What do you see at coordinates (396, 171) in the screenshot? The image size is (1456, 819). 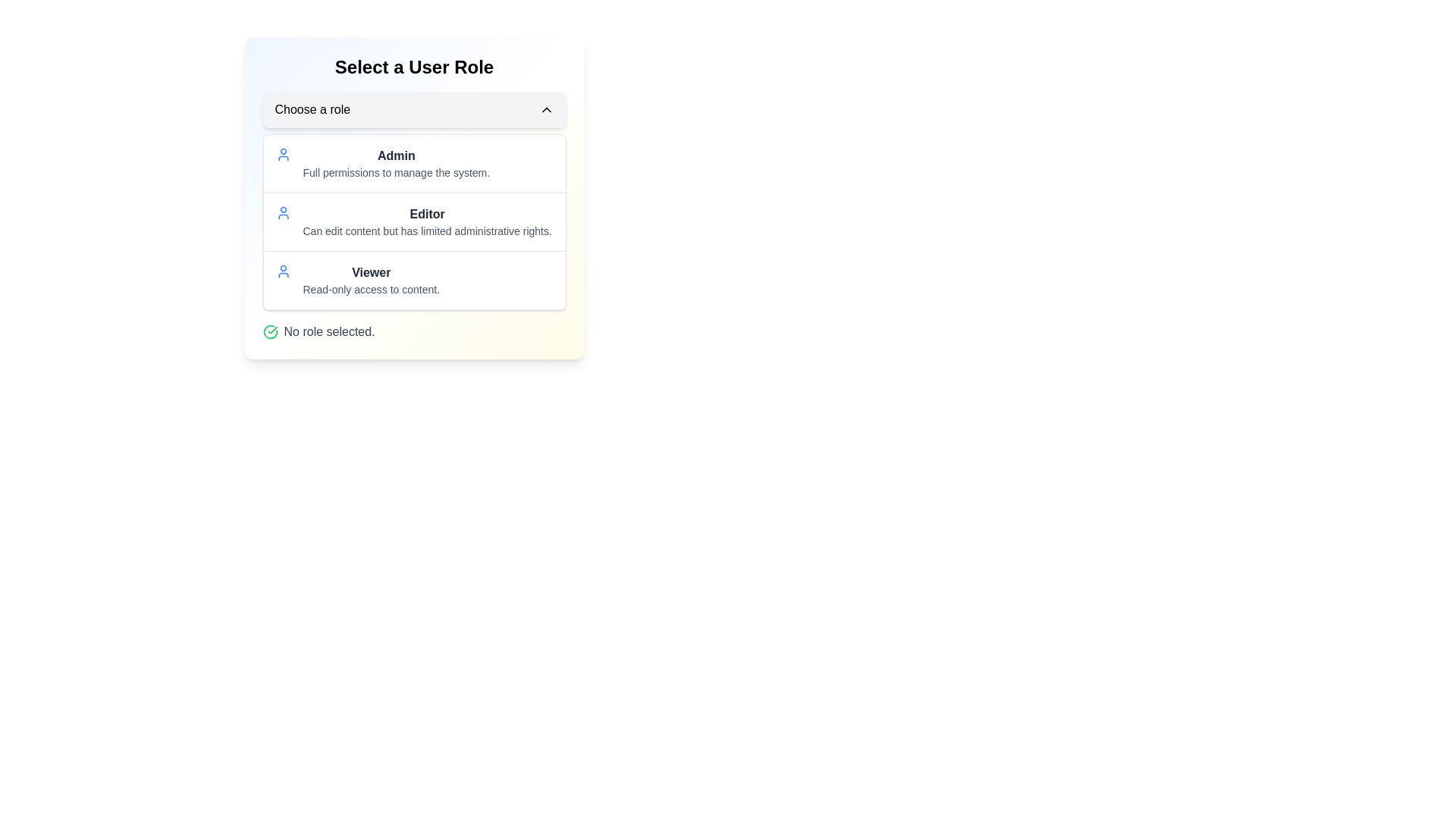 I see `the static text label that states 'Full permissions to manage the system.', which is located below the bold 'Admin' label in the user role selection interface` at bounding box center [396, 171].